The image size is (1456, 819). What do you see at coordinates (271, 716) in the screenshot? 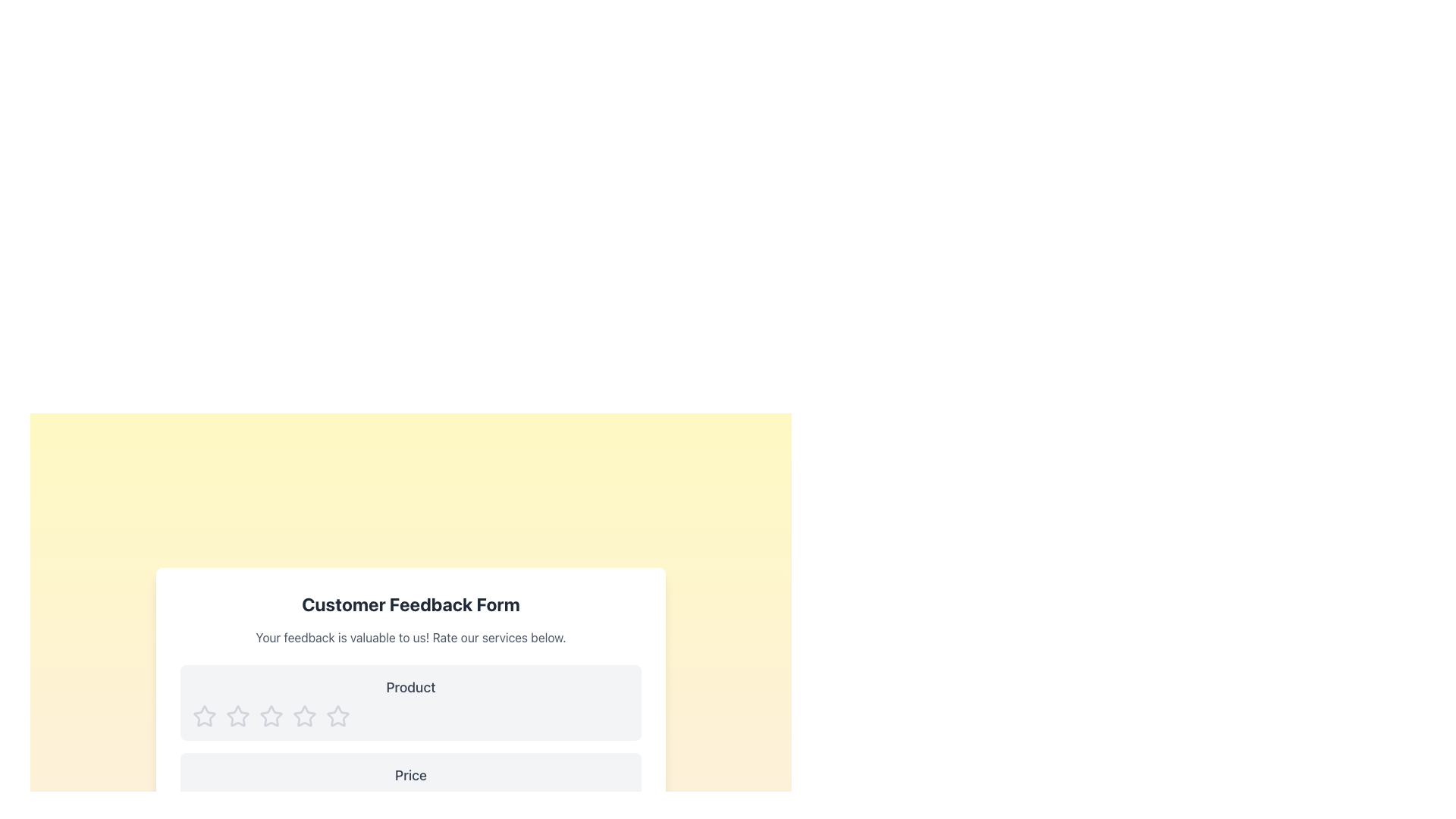
I see `the second star in the row of five rating stars for the 'Product' feedback component` at bounding box center [271, 716].